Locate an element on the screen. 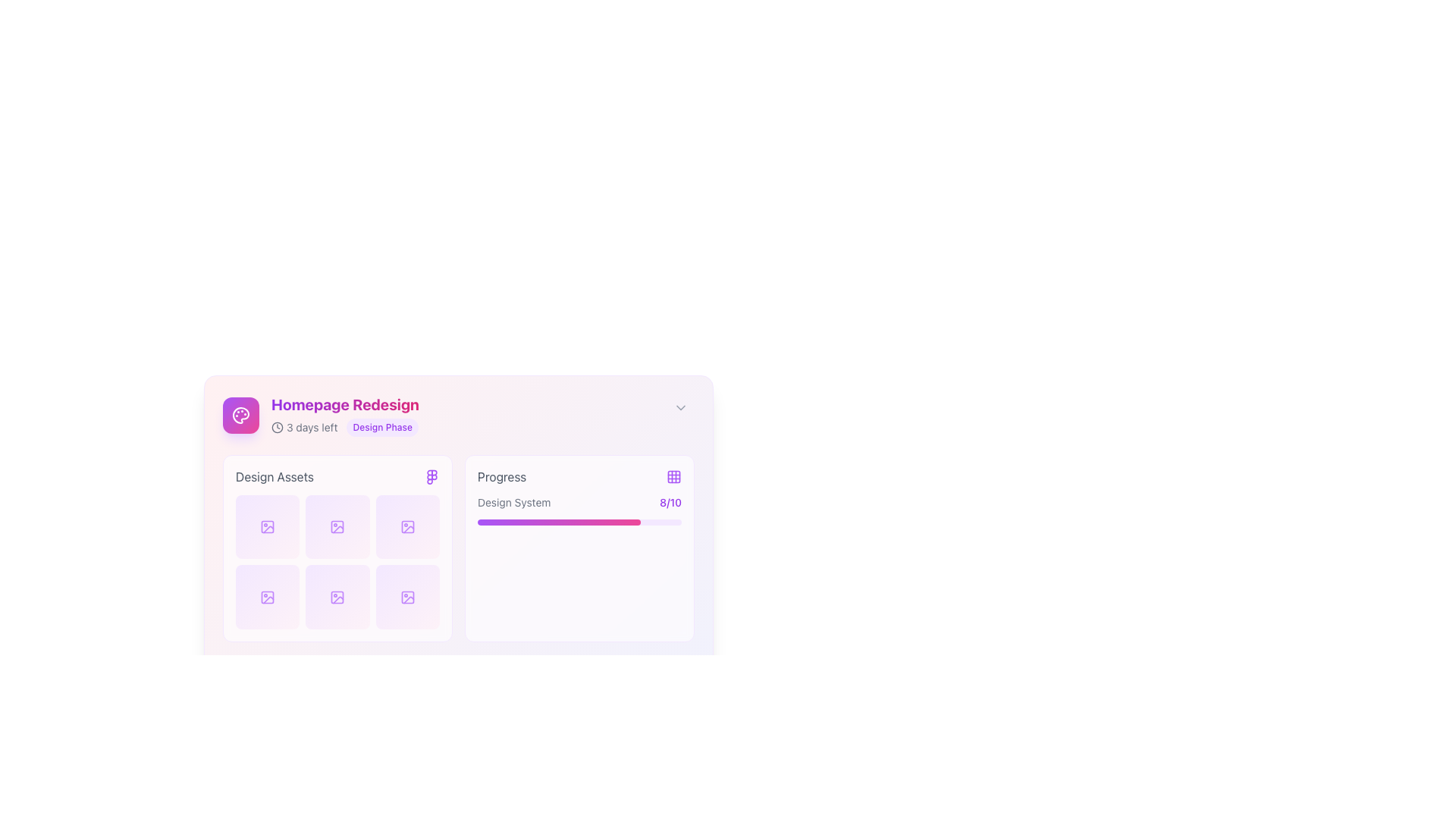 The height and width of the screenshot is (819, 1456). the purple-colored 3x3 grid IconButton located in the header area of the 'Progress' section is located at coordinates (673, 475).